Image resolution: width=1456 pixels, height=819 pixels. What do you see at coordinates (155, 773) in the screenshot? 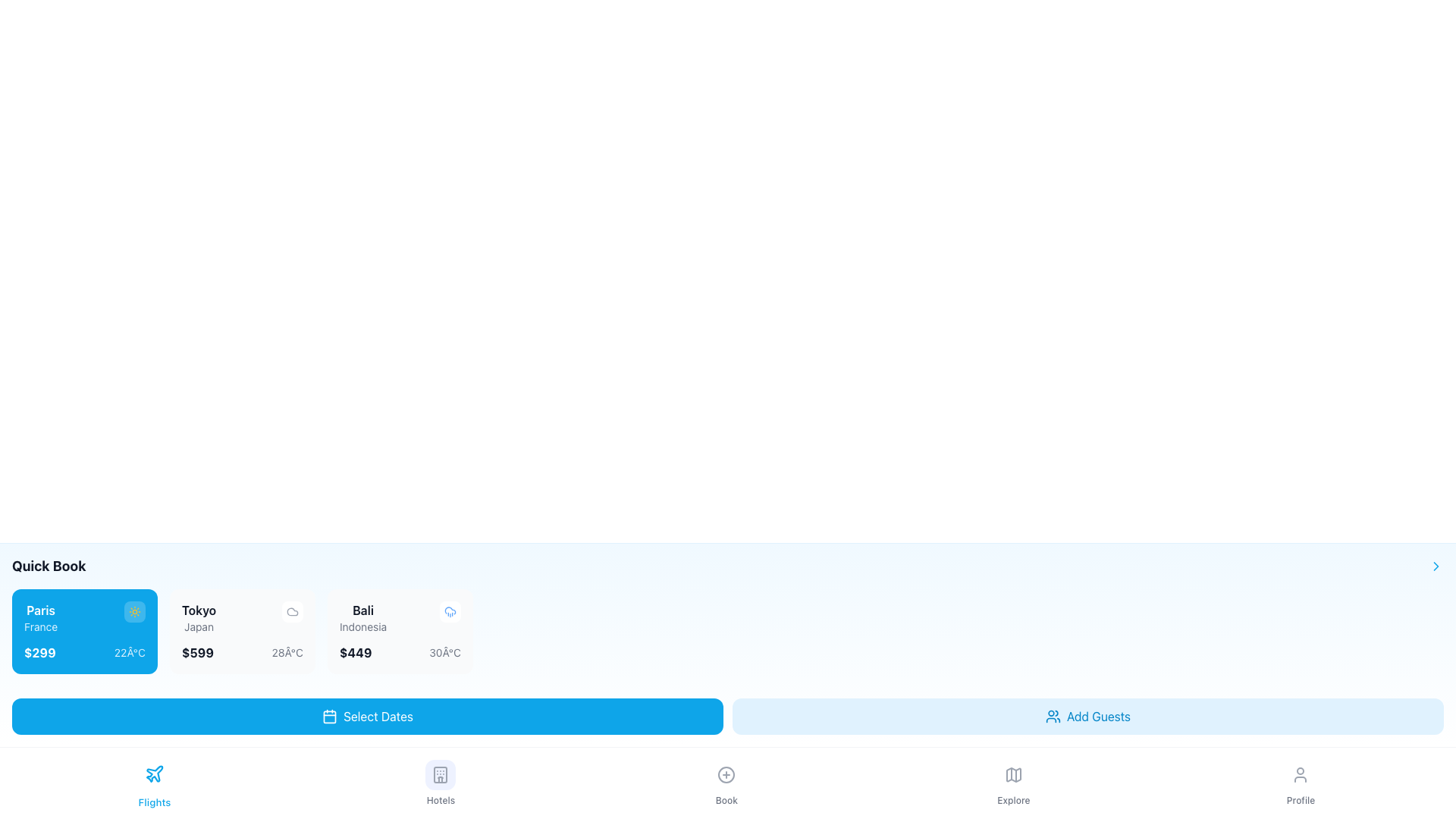
I see `on the airplane icon in the bottom navigation bar, which is the first item from the left and is located above the text 'Flights'` at bounding box center [155, 773].